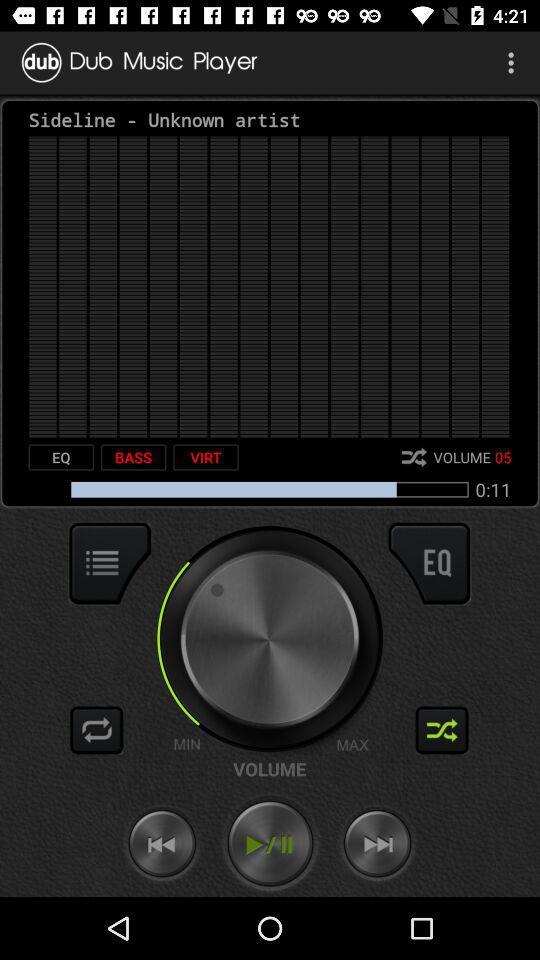 The width and height of the screenshot is (540, 960). Describe the element at coordinates (513, 62) in the screenshot. I see `the item at the top right corner` at that location.